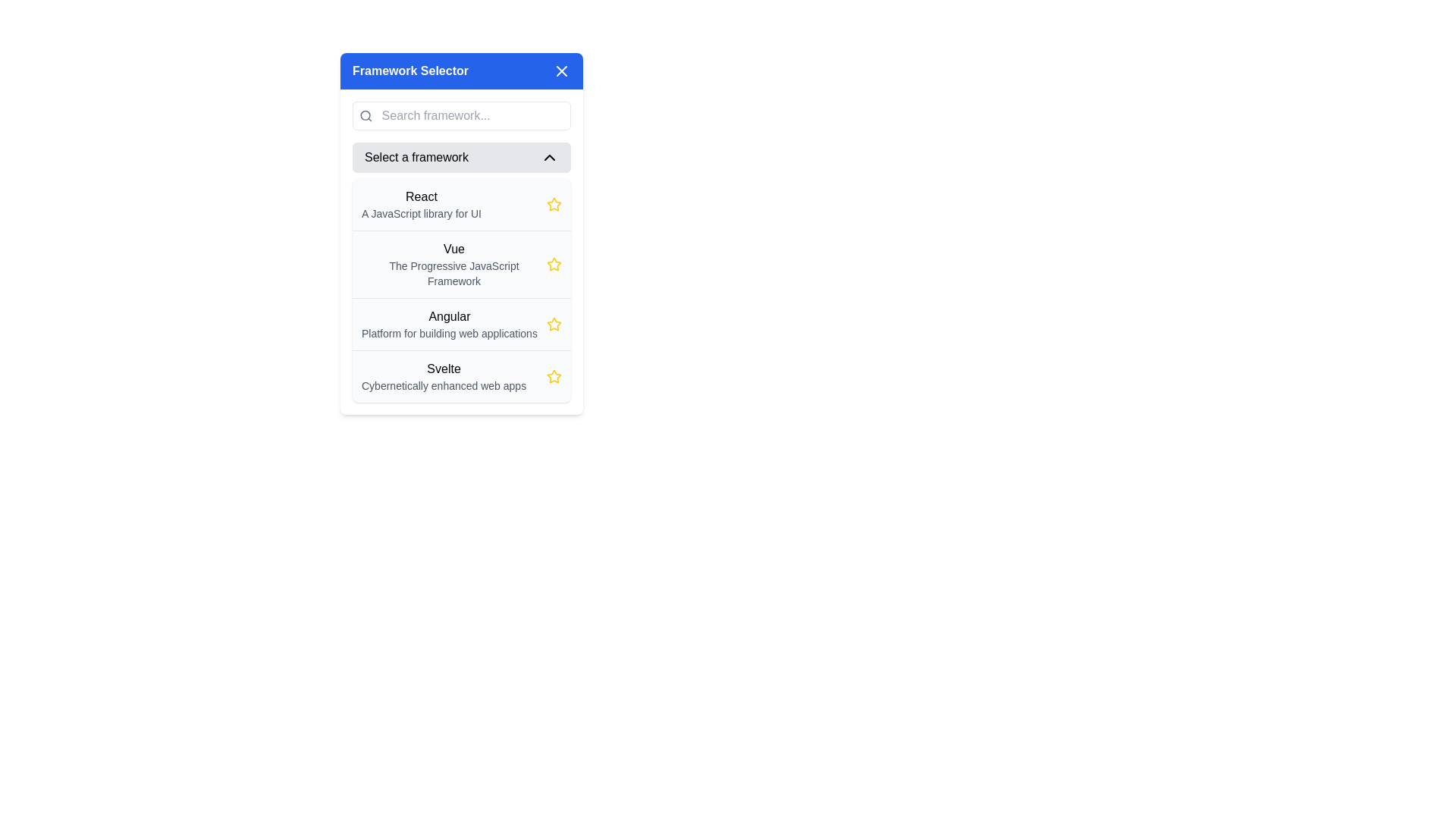  What do you see at coordinates (553, 263) in the screenshot?
I see `the favorite icon located on the right side of the 'Vue' option in the framework selection list to favorite the associated framework` at bounding box center [553, 263].